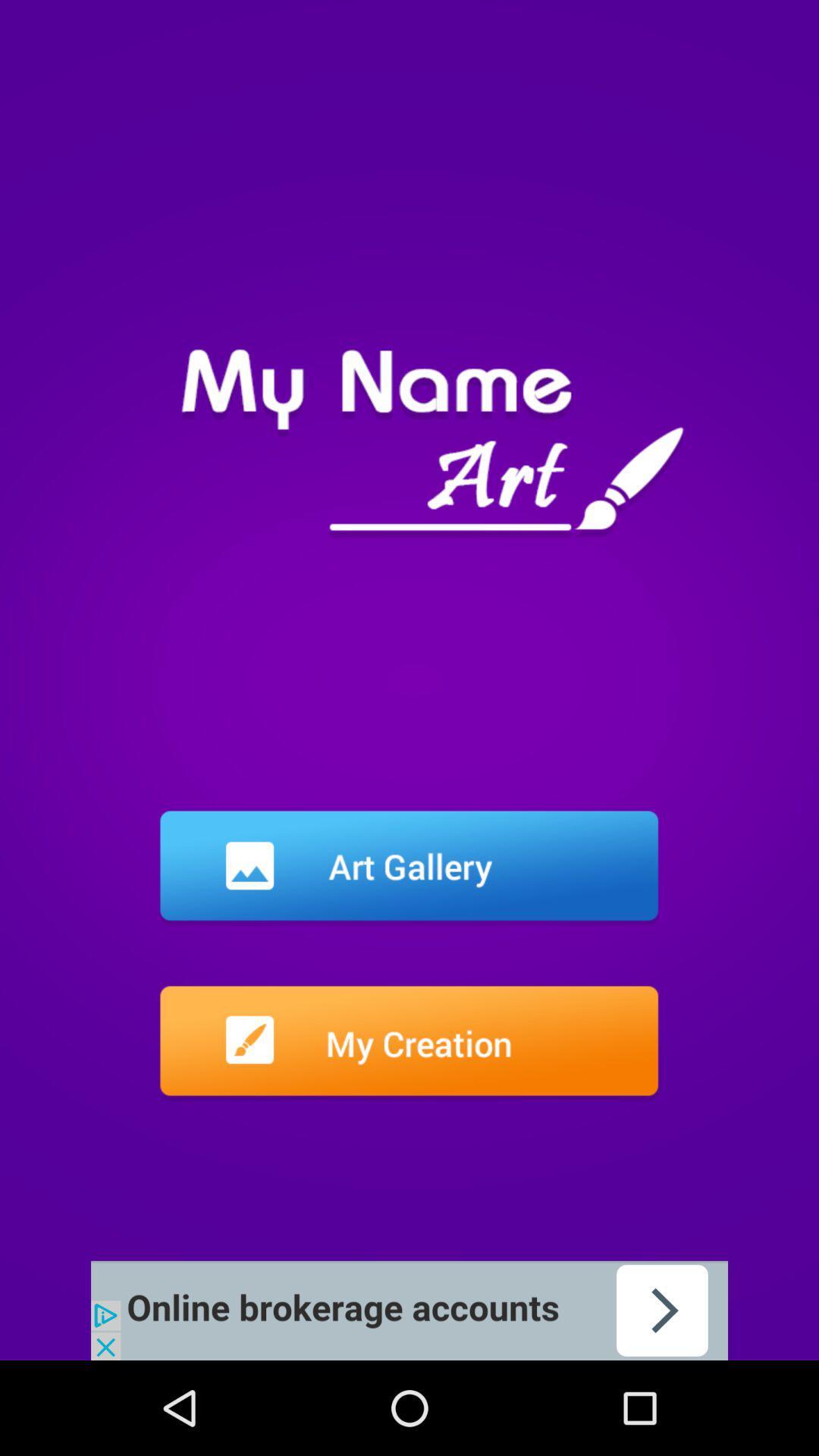 This screenshot has width=819, height=1456. Describe the element at coordinates (408, 868) in the screenshot. I see `art gallery` at that location.